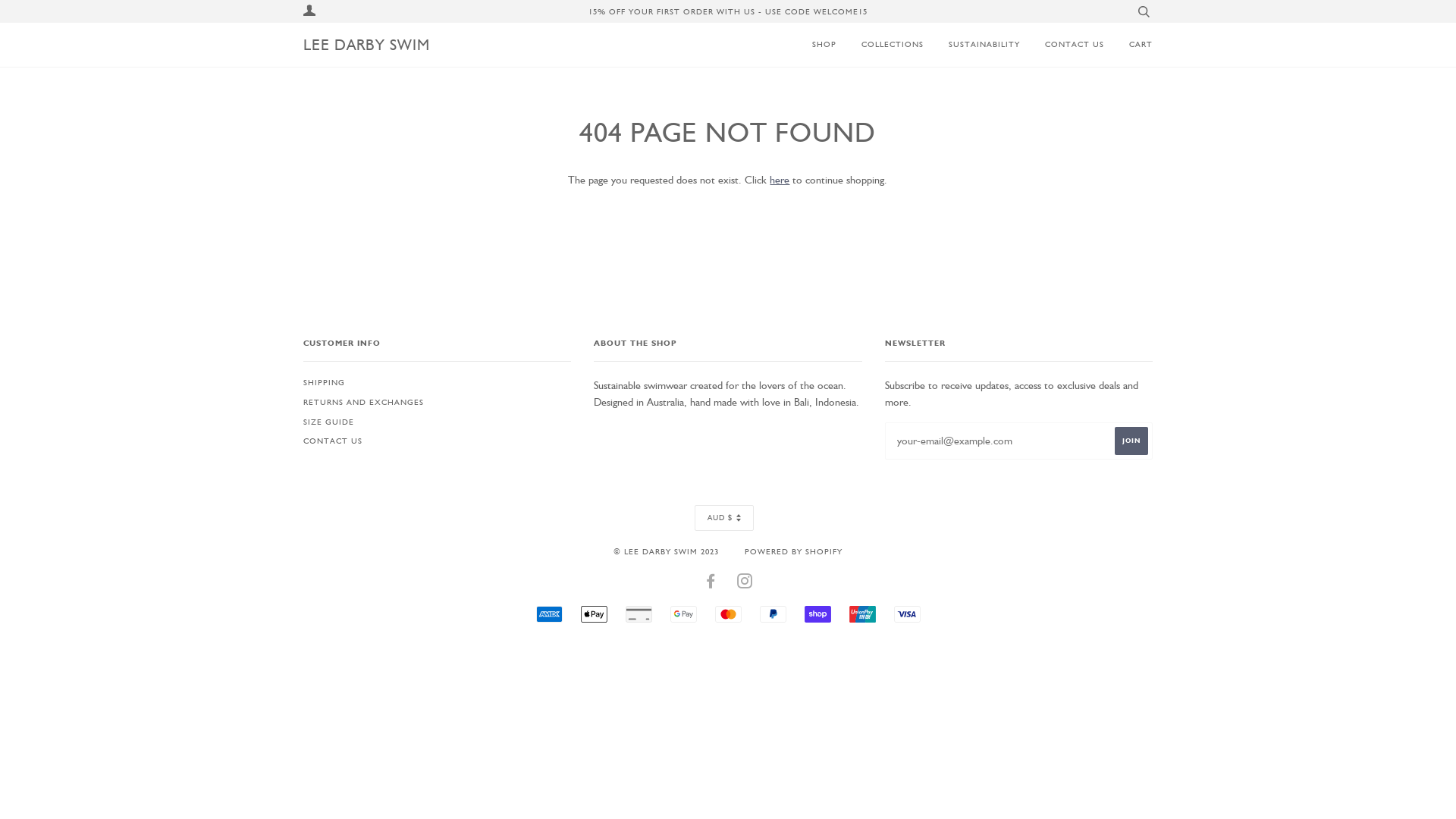 This screenshot has height=819, width=1456. Describe the element at coordinates (323, 381) in the screenshot. I see `'SHIPPING'` at that location.